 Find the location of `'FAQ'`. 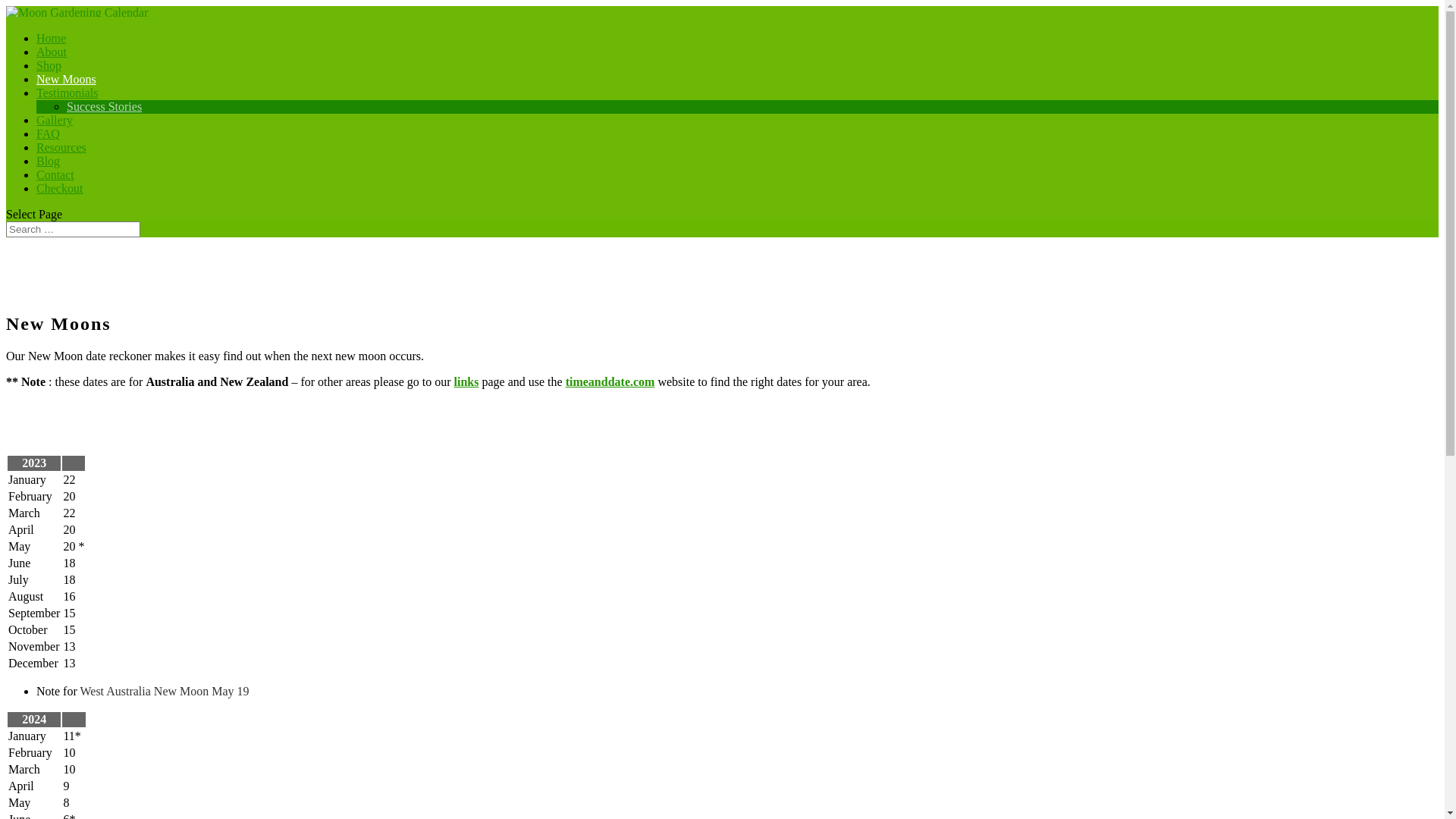

'FAQ' is located at coordinates (48, 140).